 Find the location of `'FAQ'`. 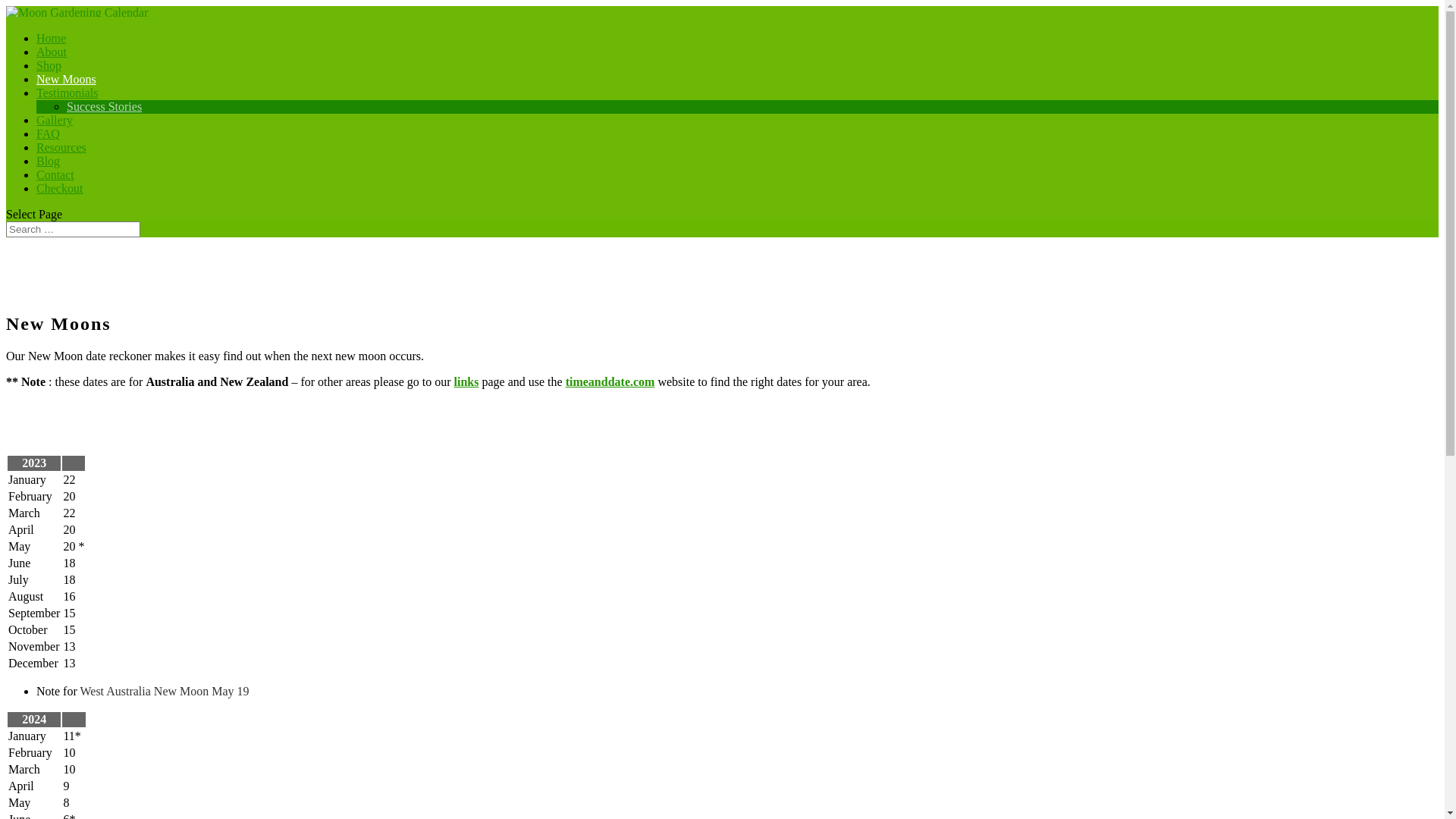

'FAQ' is located at coordinates (48, 140).